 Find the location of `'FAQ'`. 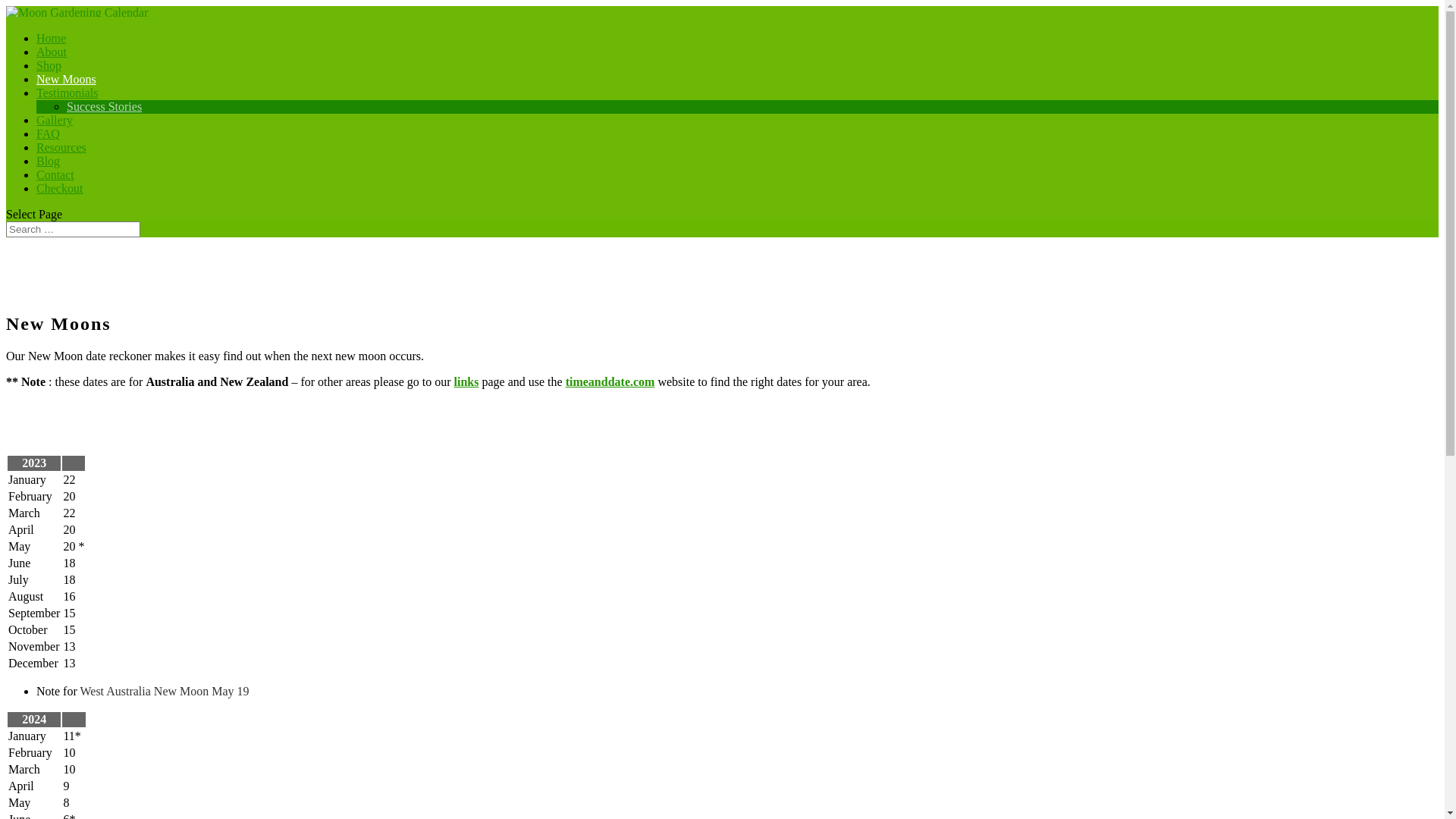

'FAQ' is located at coordinates (48, 140).